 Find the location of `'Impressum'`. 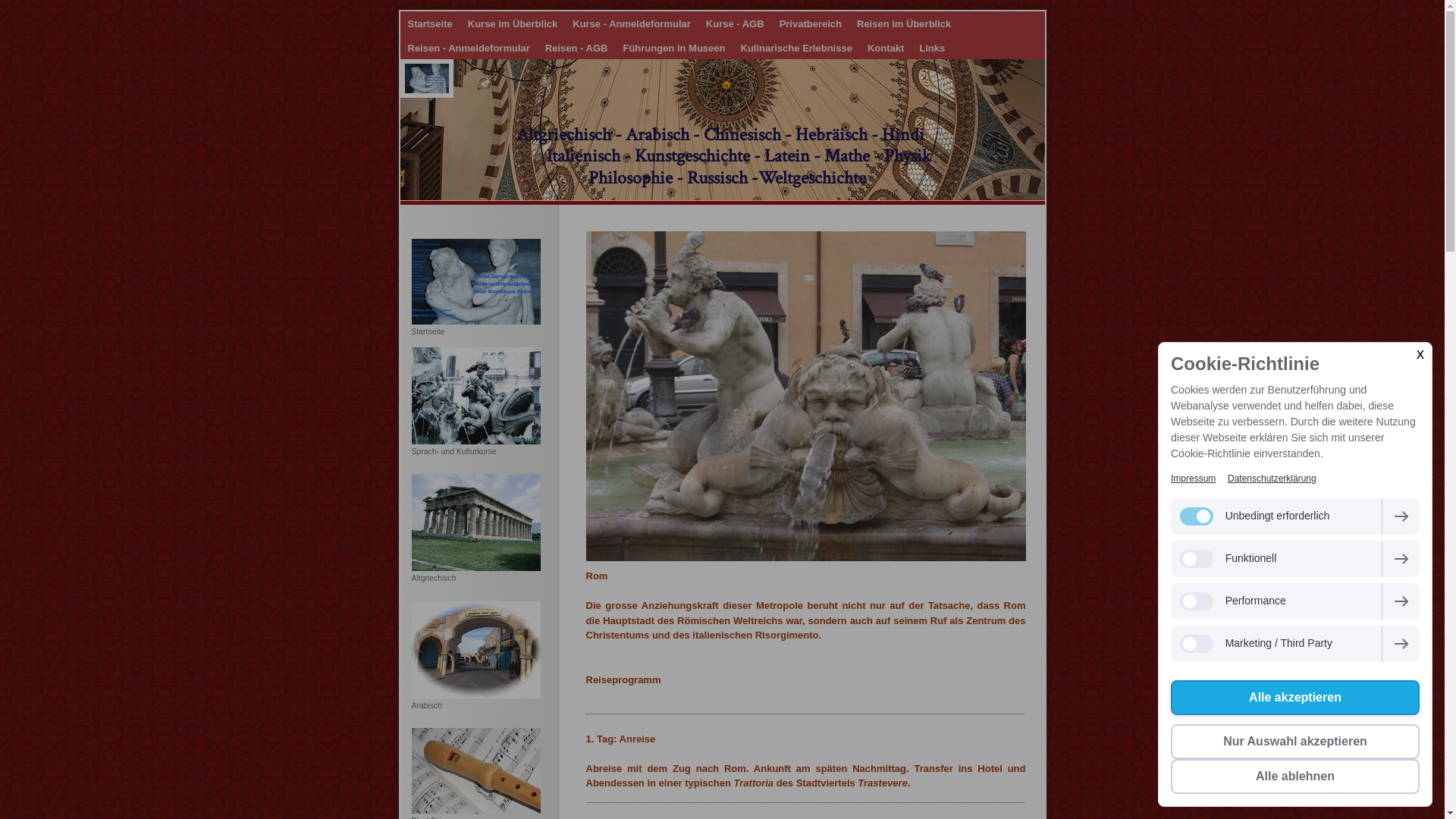

'Impressum' is located at coordinates (1170, 479).